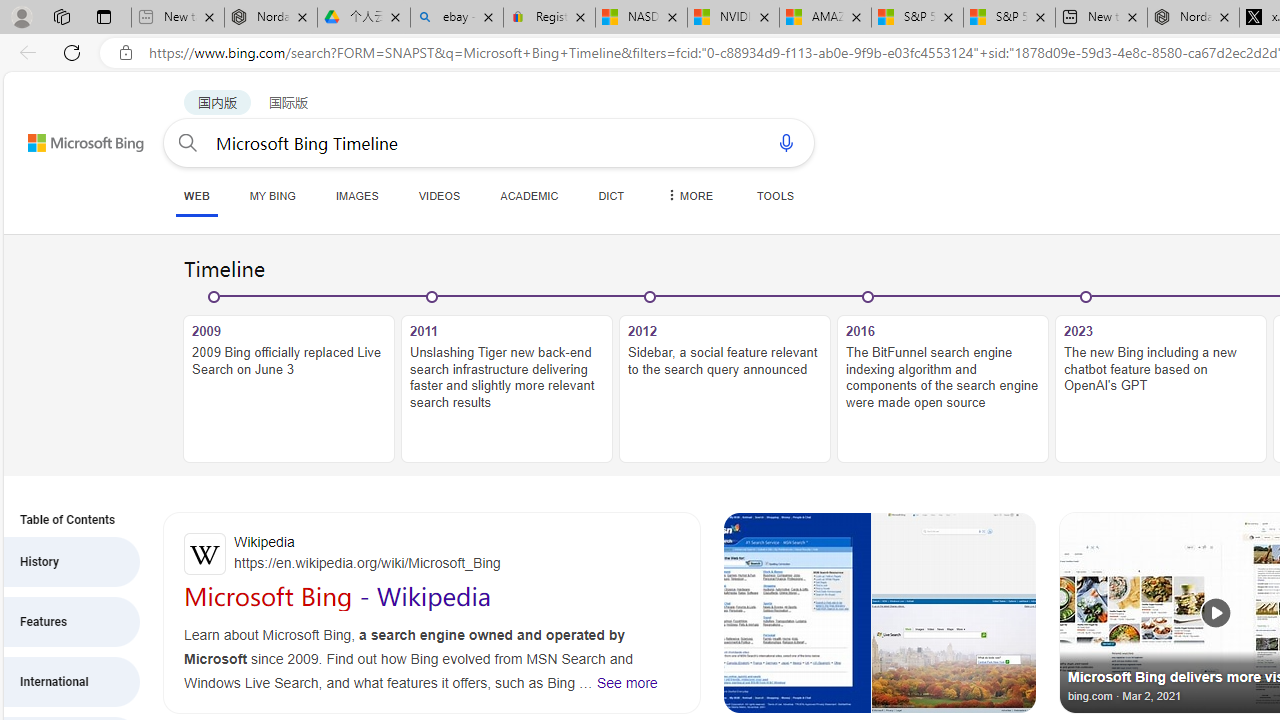  What do you see at coordinates (549, 17) in the screenshot?
I see `'Register: Create a personal eBay account'` at bounding box center [549, 17].